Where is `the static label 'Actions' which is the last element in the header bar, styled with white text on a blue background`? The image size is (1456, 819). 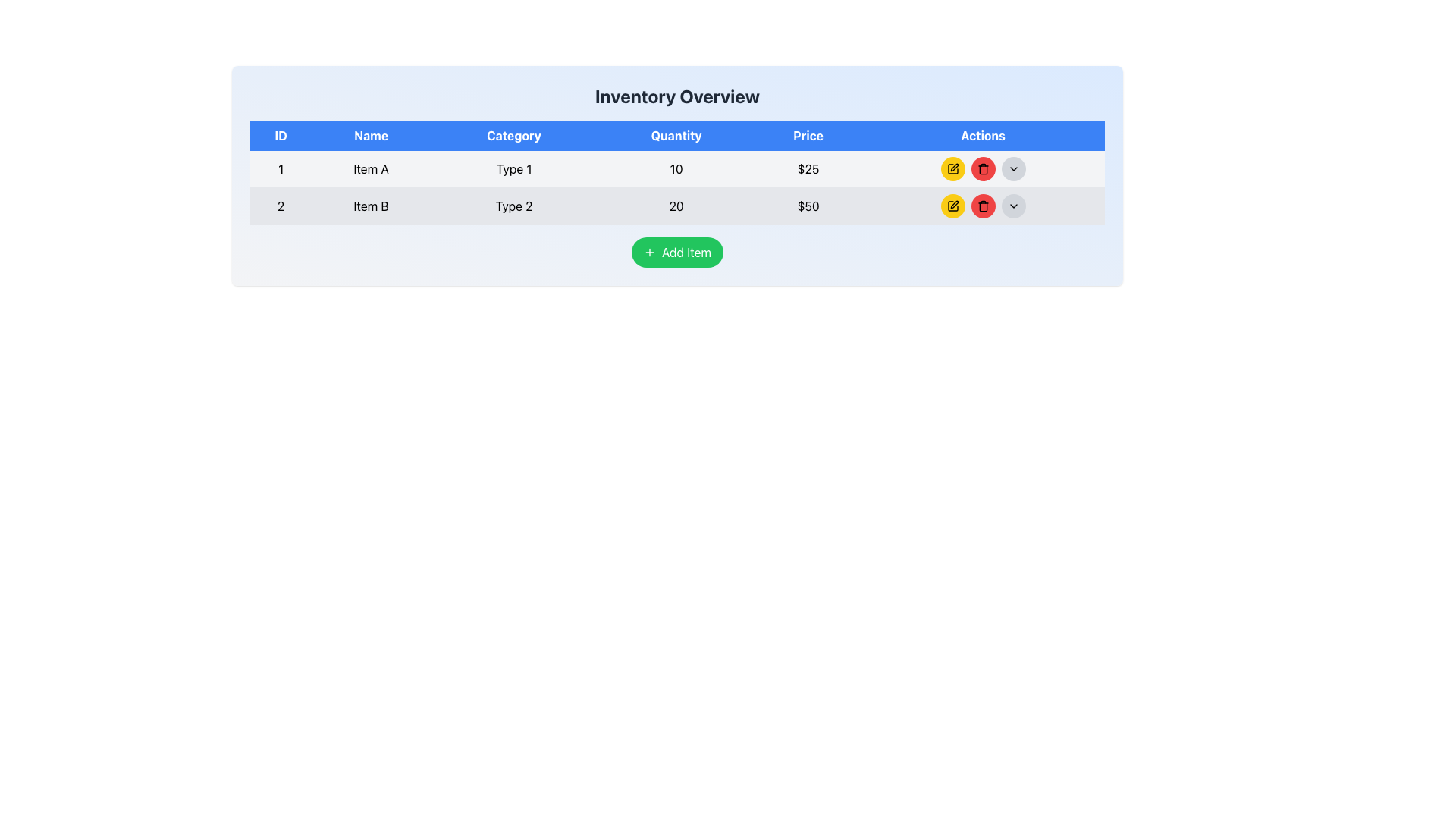 the static label 'Actions' which is the last element in the header bar, styled with white text on a blue background is located at coordinates (983, 134).